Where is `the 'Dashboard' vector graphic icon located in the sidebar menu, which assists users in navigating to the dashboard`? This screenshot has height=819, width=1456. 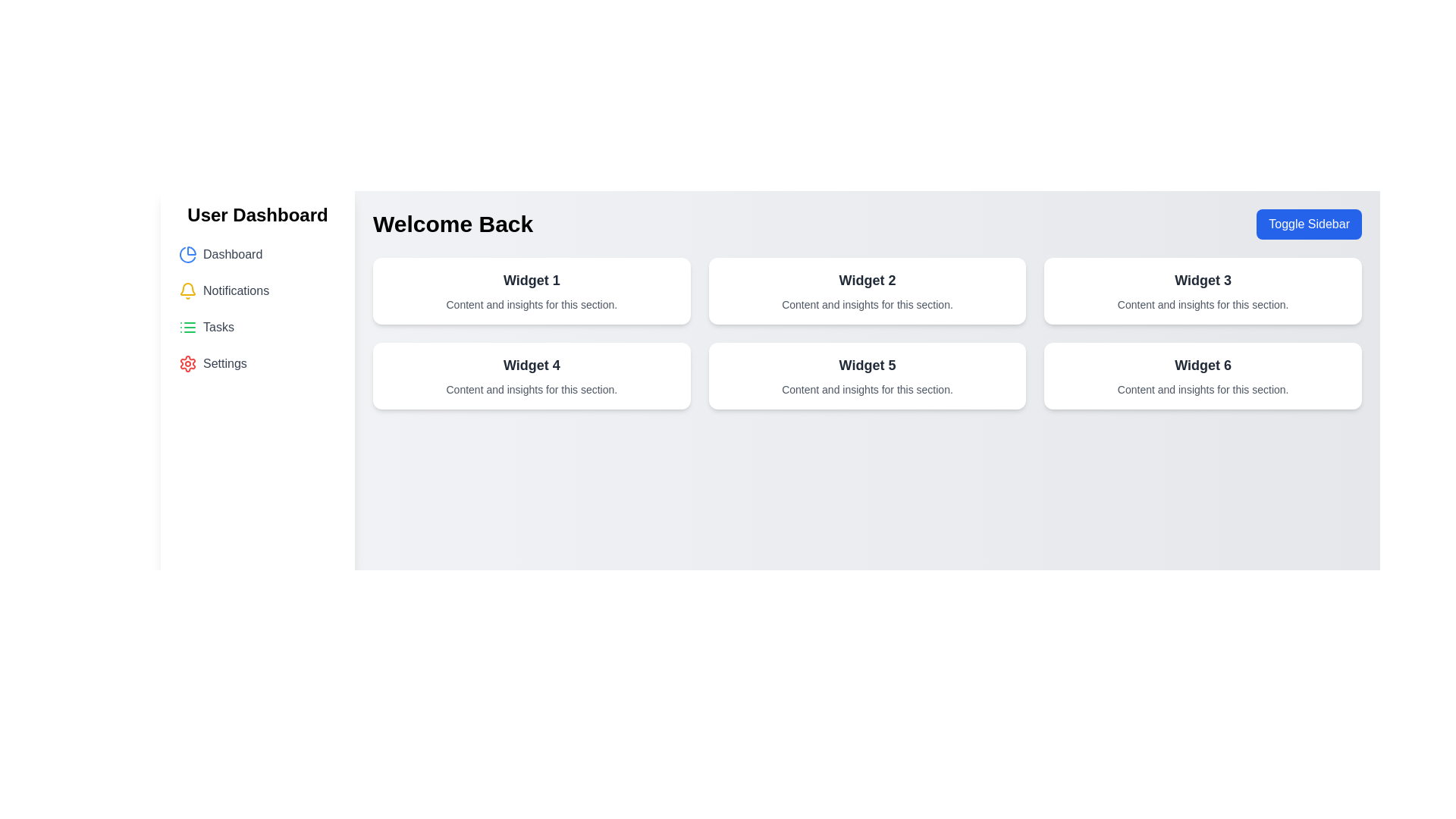 the 'Dashboard' vector graphic icon located in the sidebar menu, which assists users in navigating to the dashboard is located at coordinates (187, 254).